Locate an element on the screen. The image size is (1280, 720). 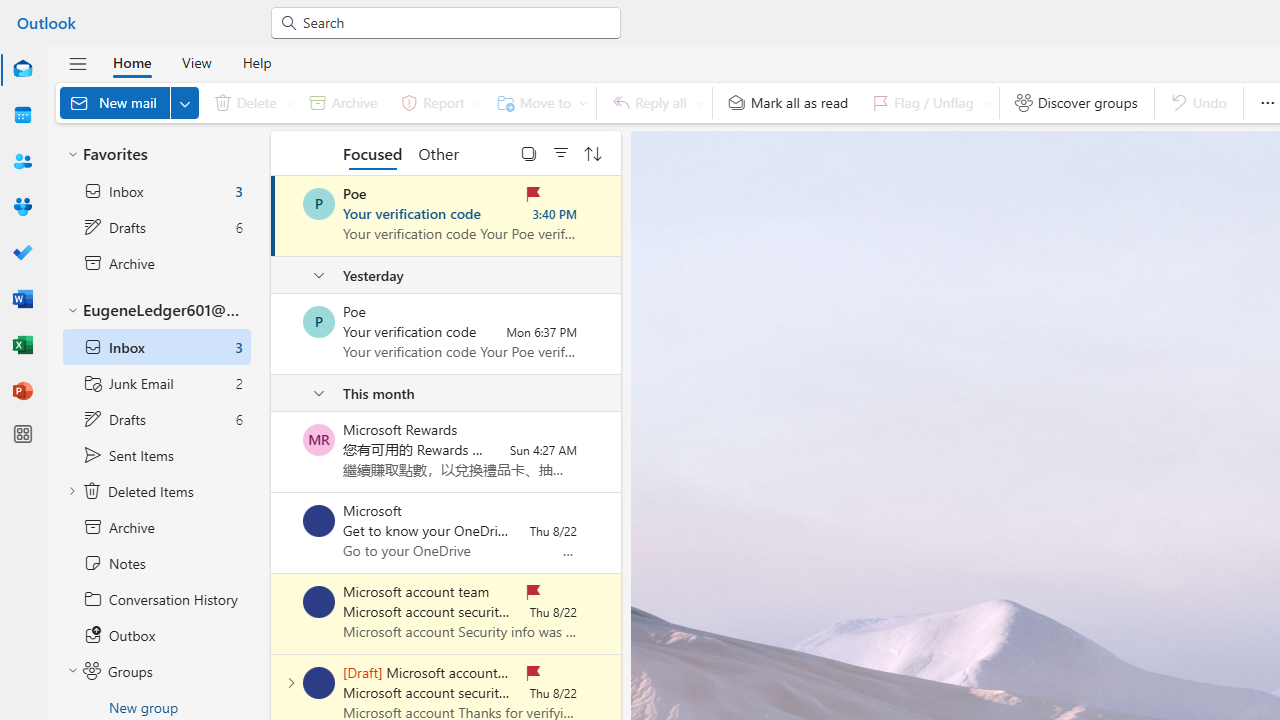
'Expand to see delete options' is located at coordinates (288, 102).